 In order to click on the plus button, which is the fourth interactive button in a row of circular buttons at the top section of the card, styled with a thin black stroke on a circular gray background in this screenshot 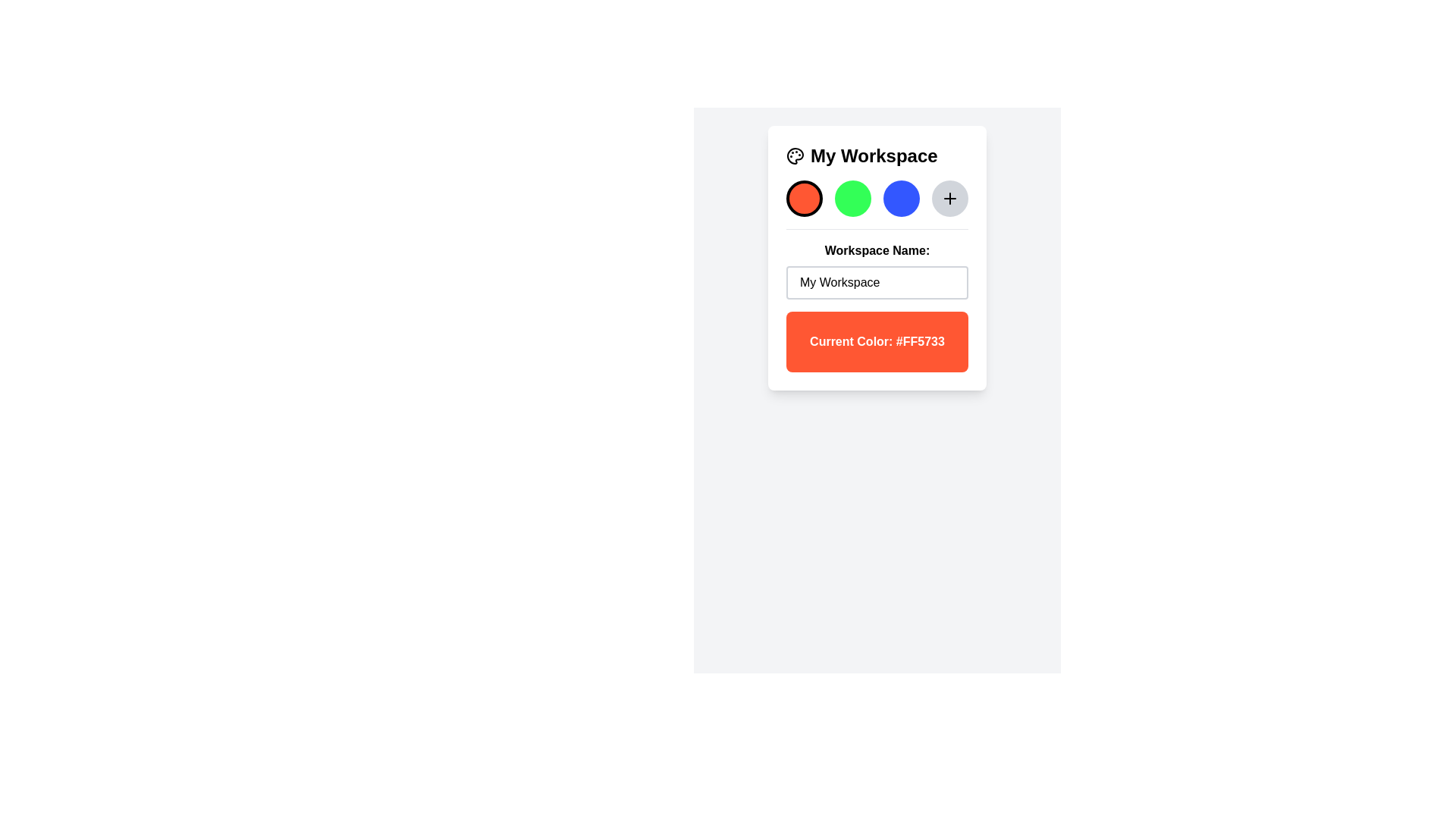, I will do `click(949, 198)`.